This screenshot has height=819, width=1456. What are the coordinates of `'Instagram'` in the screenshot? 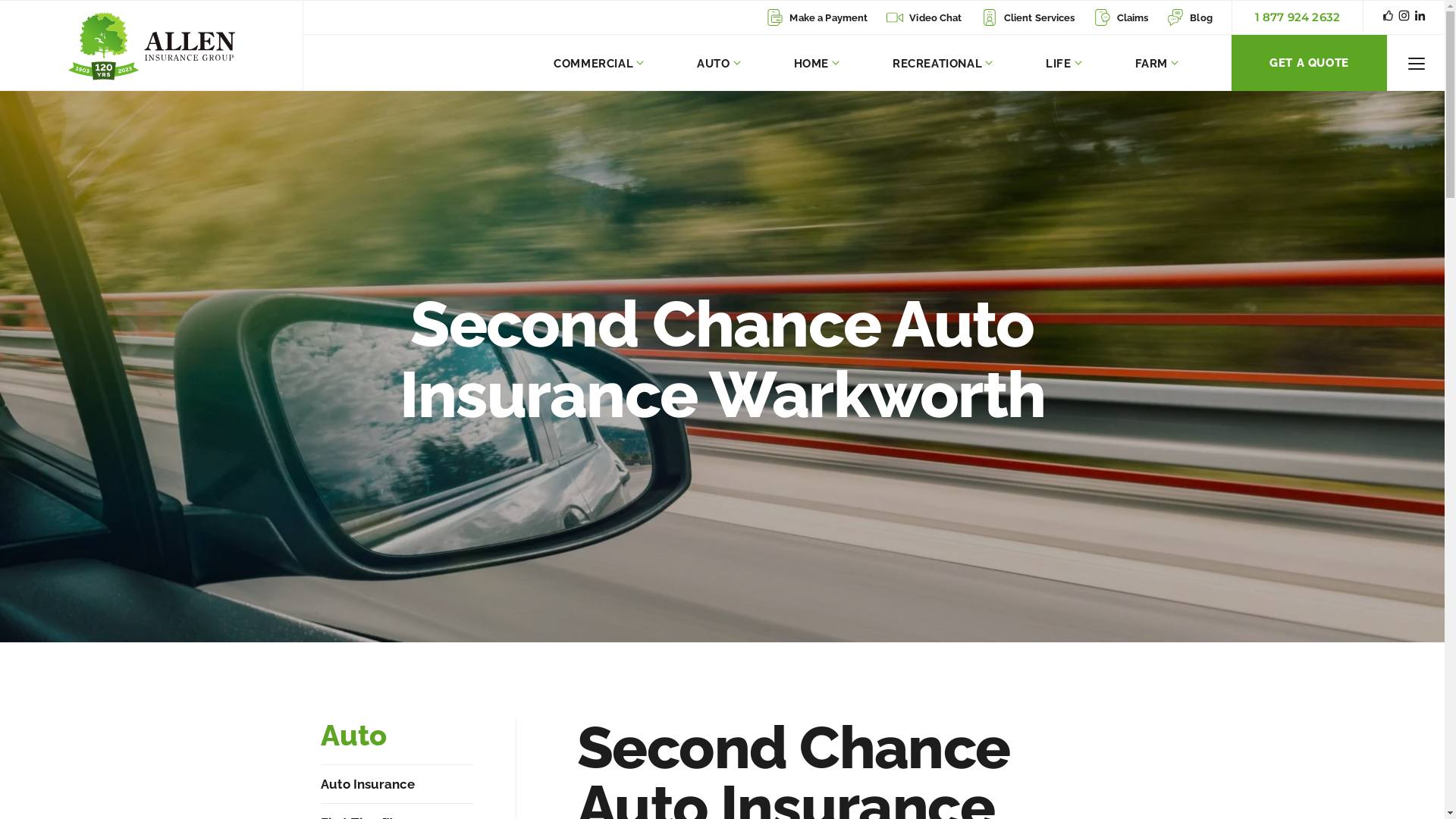 It's located at (1403, 17).